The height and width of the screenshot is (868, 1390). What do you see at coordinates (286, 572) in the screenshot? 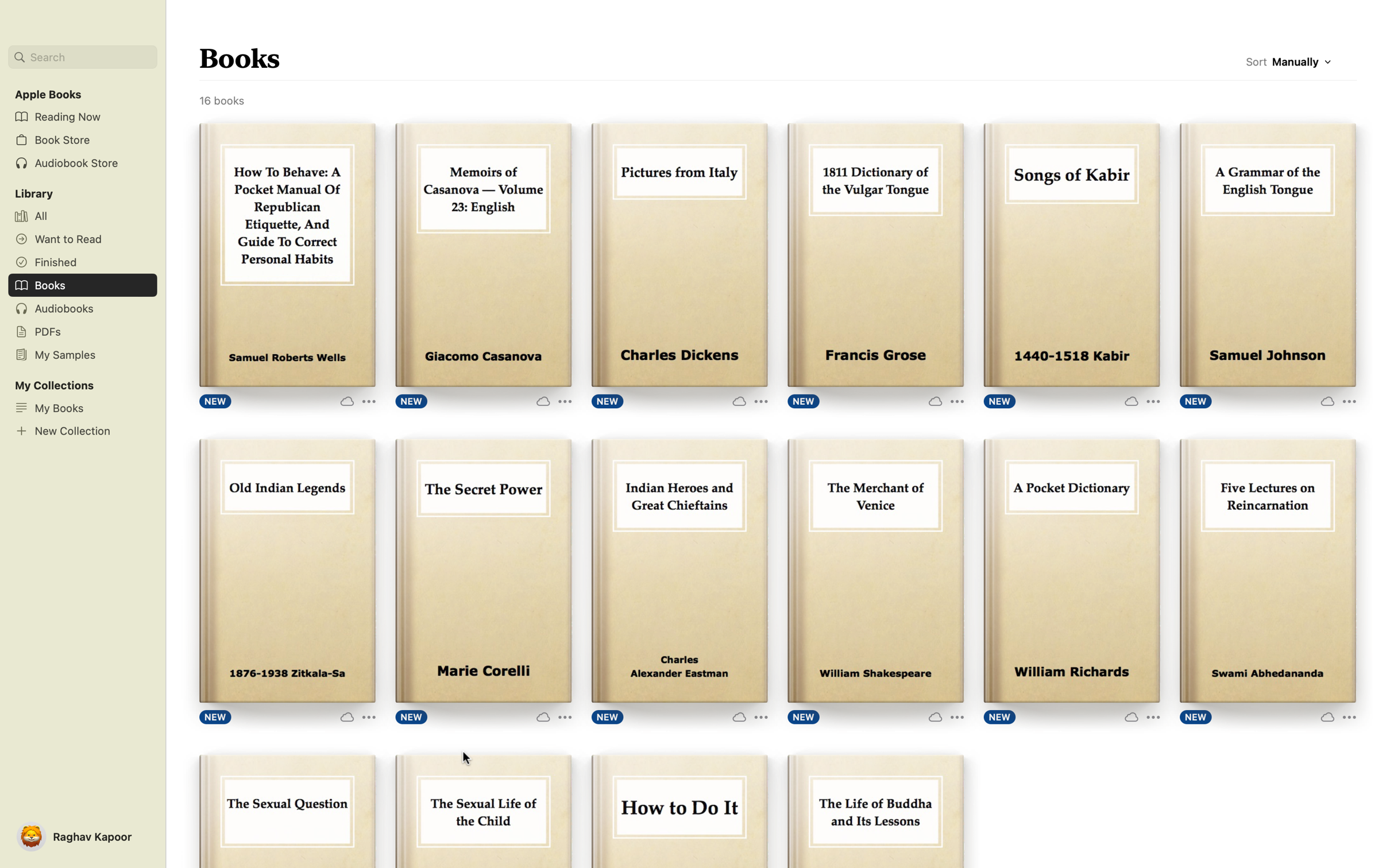
I see `the reading of the book "Old Indian Legends" by clicking on the "Read" button` at bounding box center [286, 572].